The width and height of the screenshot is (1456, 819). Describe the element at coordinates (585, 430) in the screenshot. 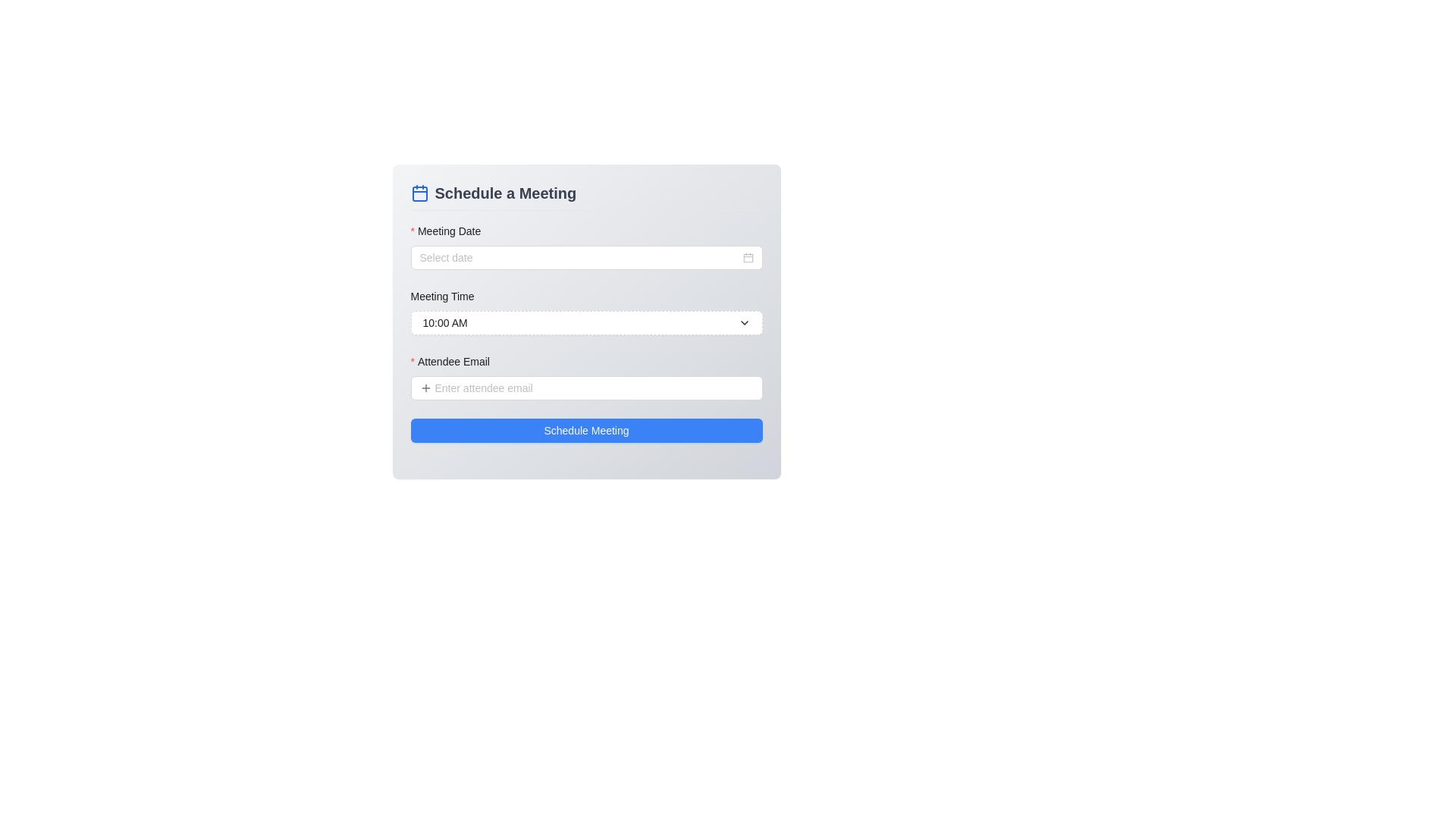

I see `the button labeled 'Schedule Meeting' with a blue background` at that location.